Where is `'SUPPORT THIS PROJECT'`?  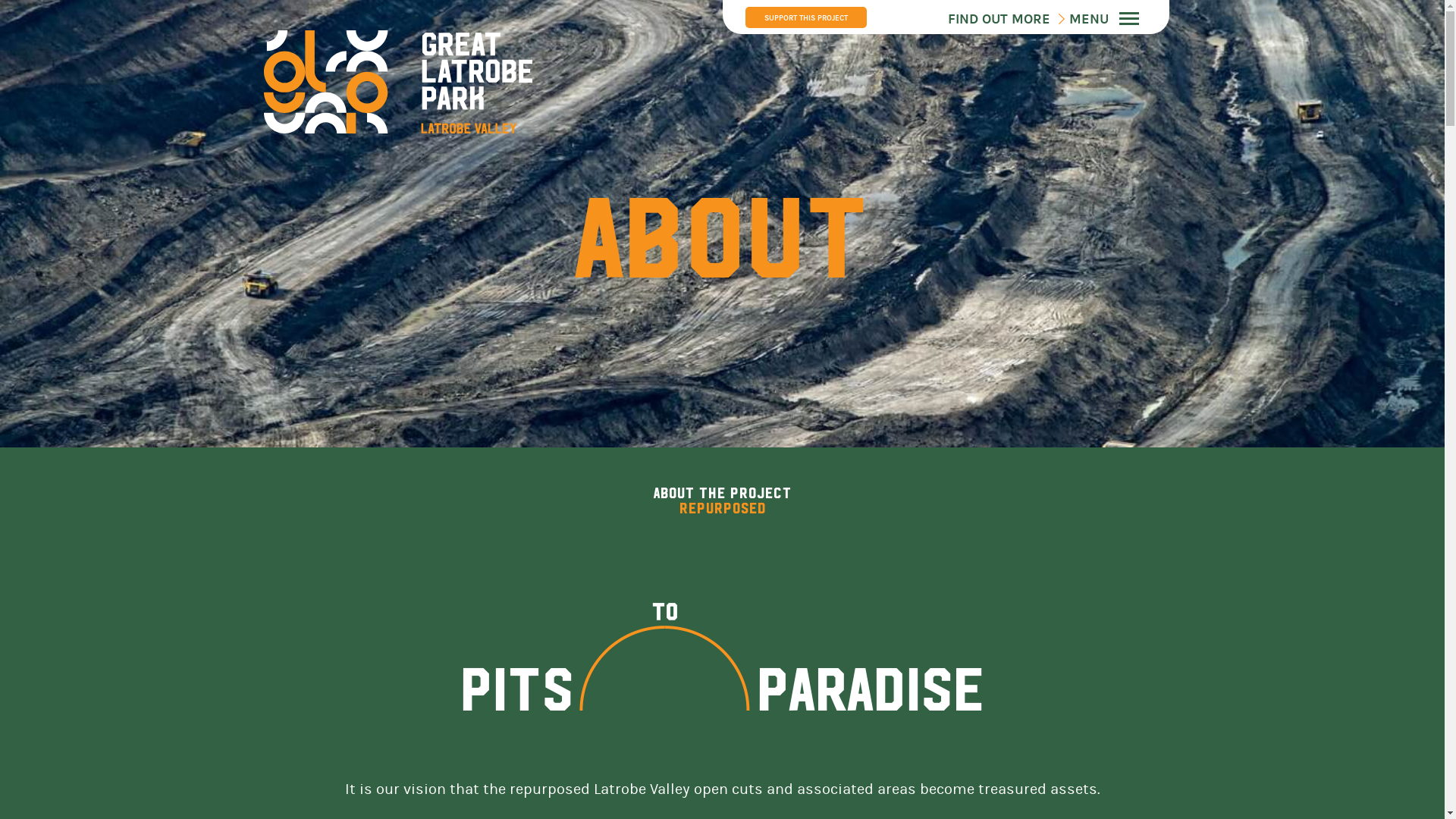
'SUPPORT THIS PROJECT' is located at coordinates (745, 17).